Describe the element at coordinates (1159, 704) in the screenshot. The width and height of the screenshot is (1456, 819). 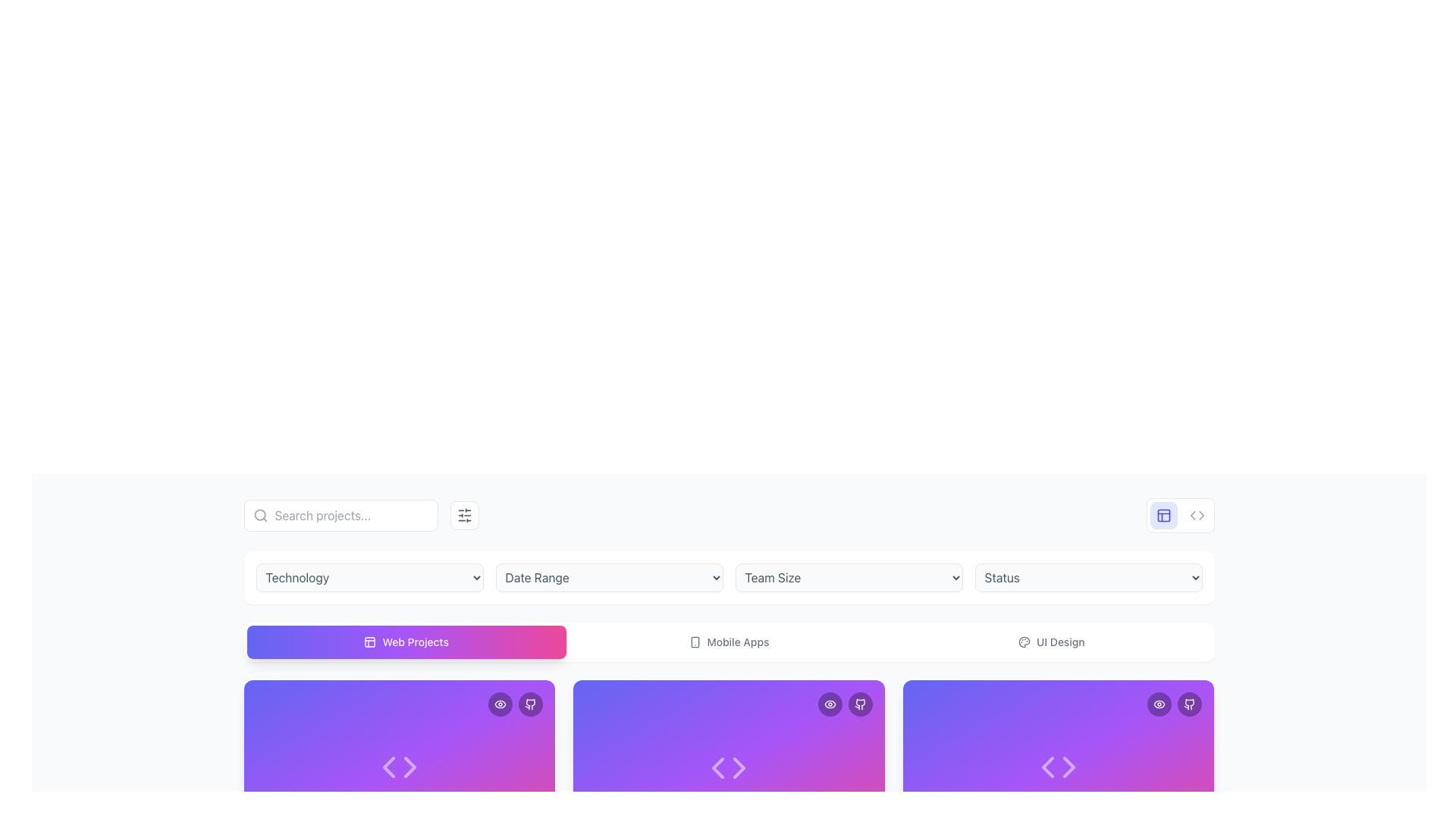
I see `the circular button with a semi-transparent black background and white border, which has an eye icon` at that location.